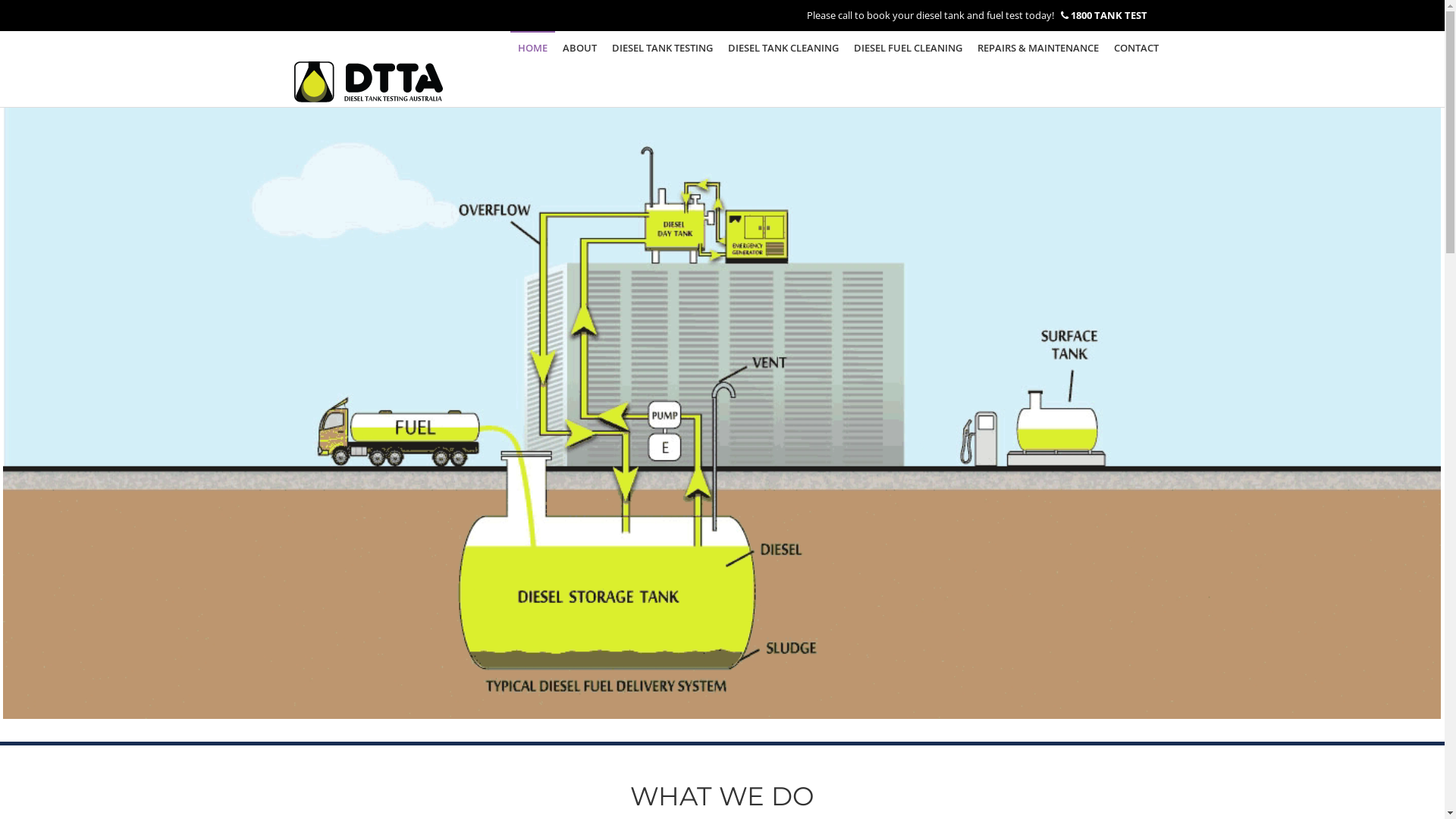 The image size is (1456, 819). Describe the element at coordinates (968, 46) in the screenshot. I see `'REPAIRS & MAINTENANCE'` at that location.